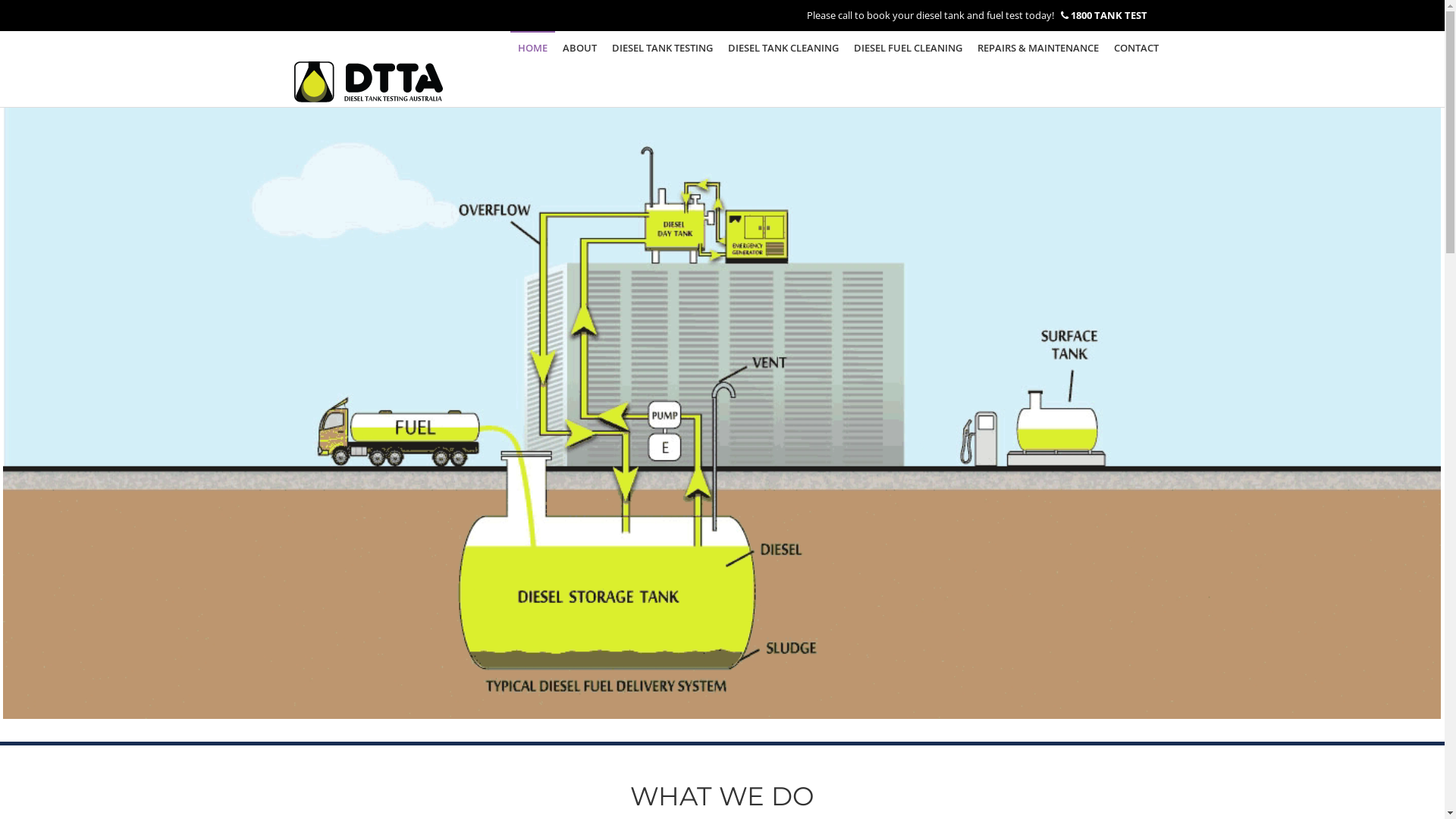 The image size is (1456, 819). Describe the element at coordinates (968, 46) in the screenshot. I see `'REPAIRS & MAINTENANCE'` at that location.